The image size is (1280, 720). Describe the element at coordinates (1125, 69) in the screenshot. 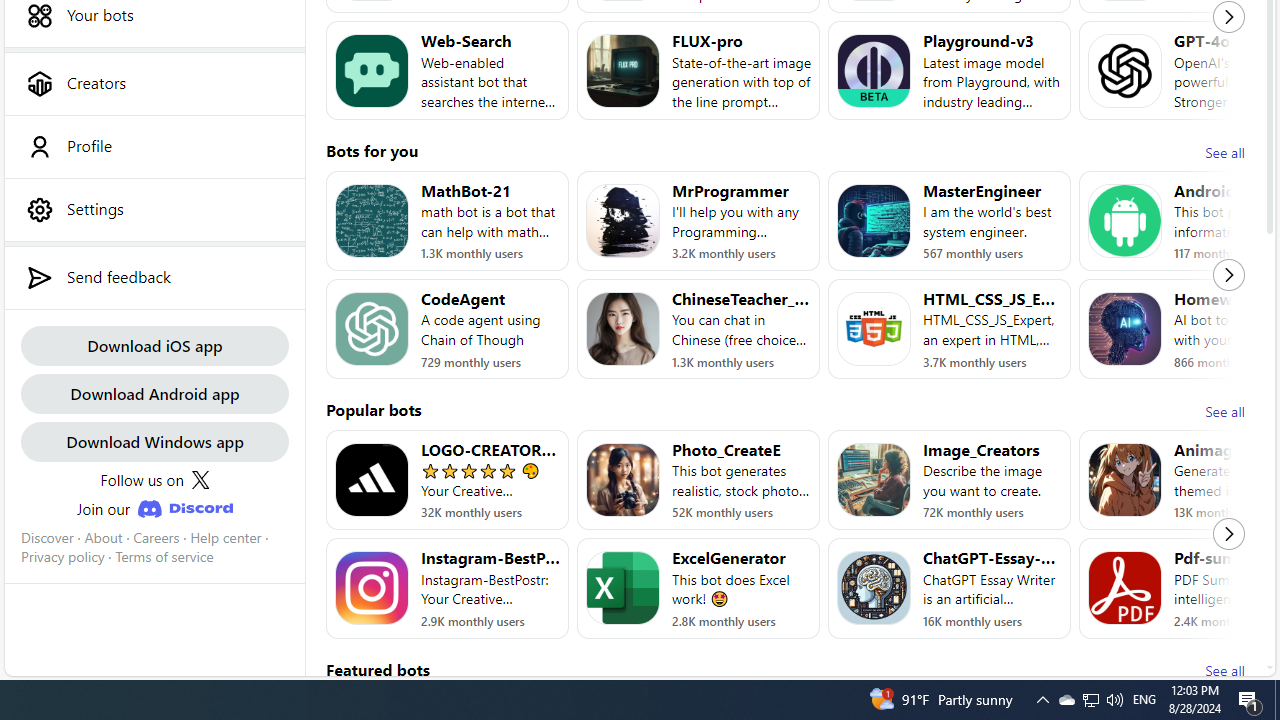

I see `'Bot image for GPT-4o'` at that location.